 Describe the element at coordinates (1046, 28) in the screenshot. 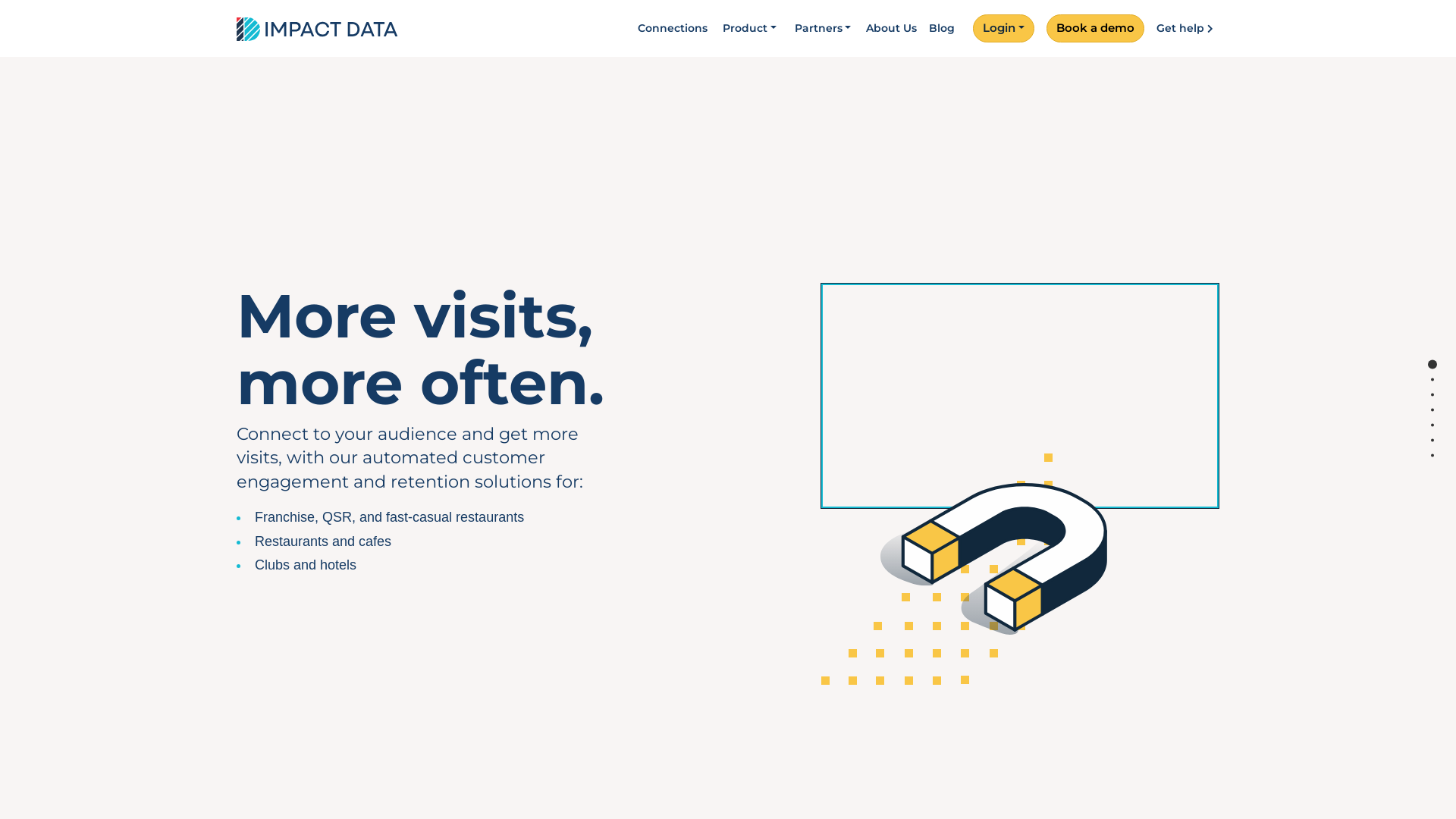

I see `'Book a demo'` at that location.